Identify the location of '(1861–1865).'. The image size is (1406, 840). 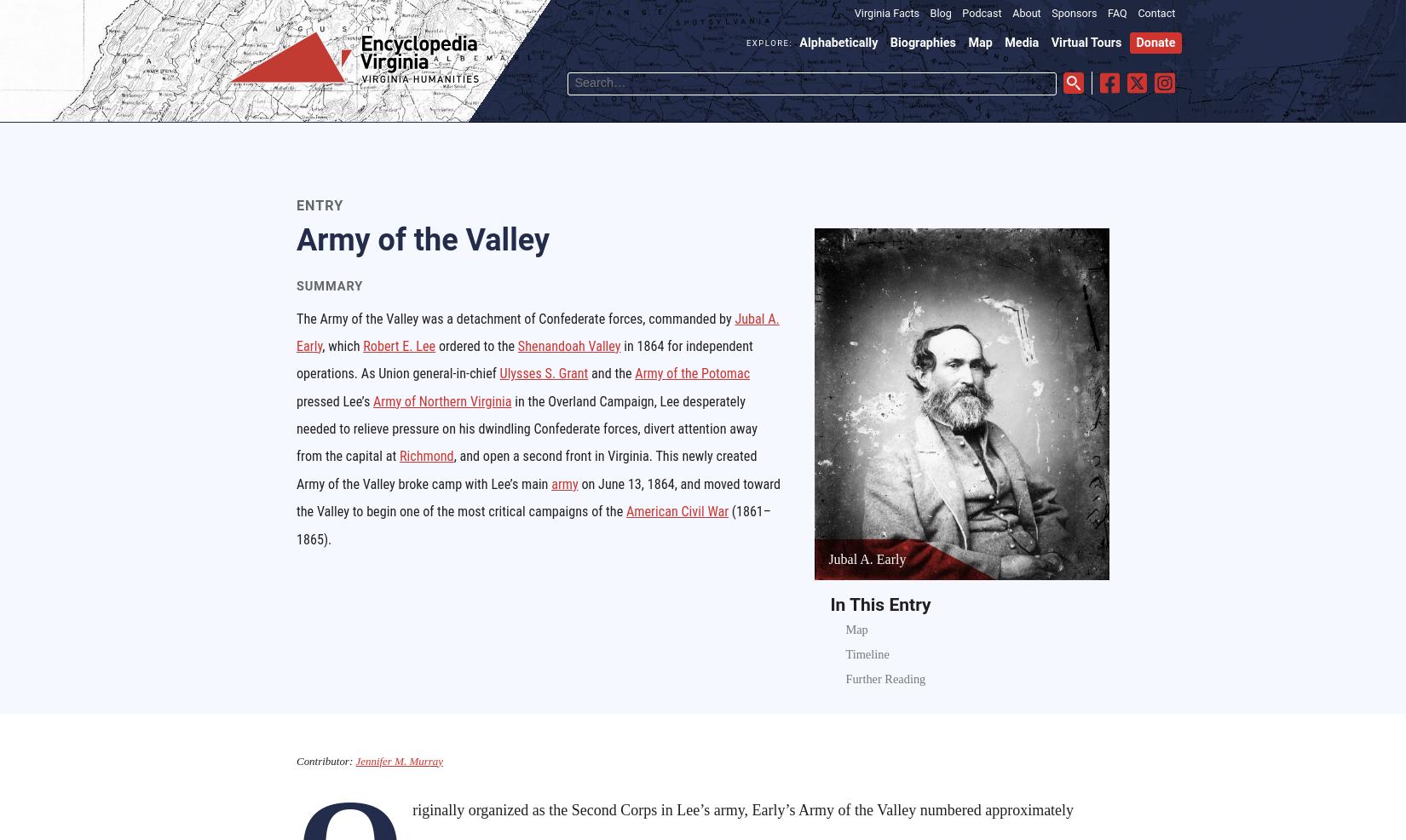
(533, 525).